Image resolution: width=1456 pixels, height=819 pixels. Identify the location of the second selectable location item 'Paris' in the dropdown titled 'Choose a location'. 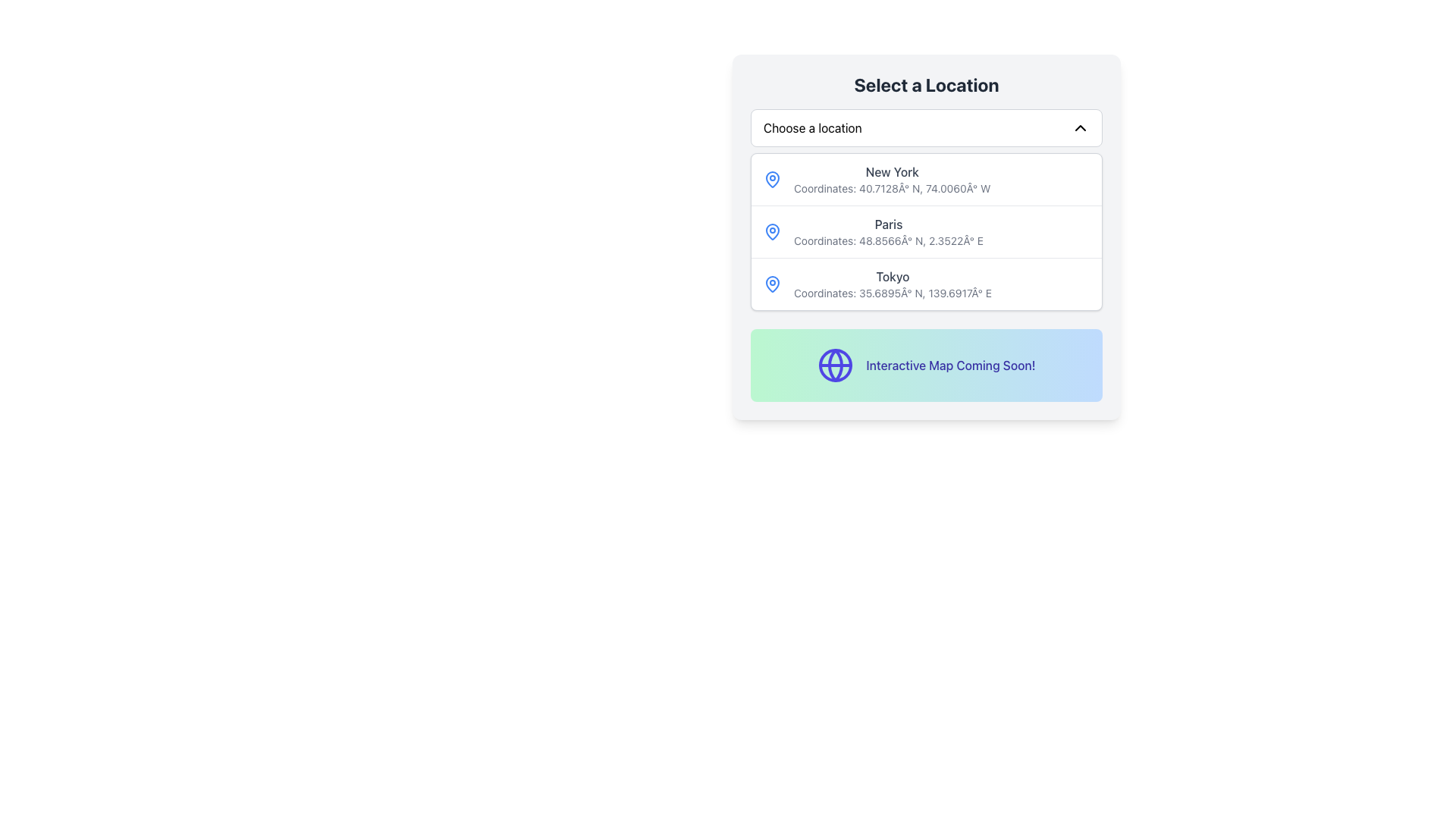
(926, 237).